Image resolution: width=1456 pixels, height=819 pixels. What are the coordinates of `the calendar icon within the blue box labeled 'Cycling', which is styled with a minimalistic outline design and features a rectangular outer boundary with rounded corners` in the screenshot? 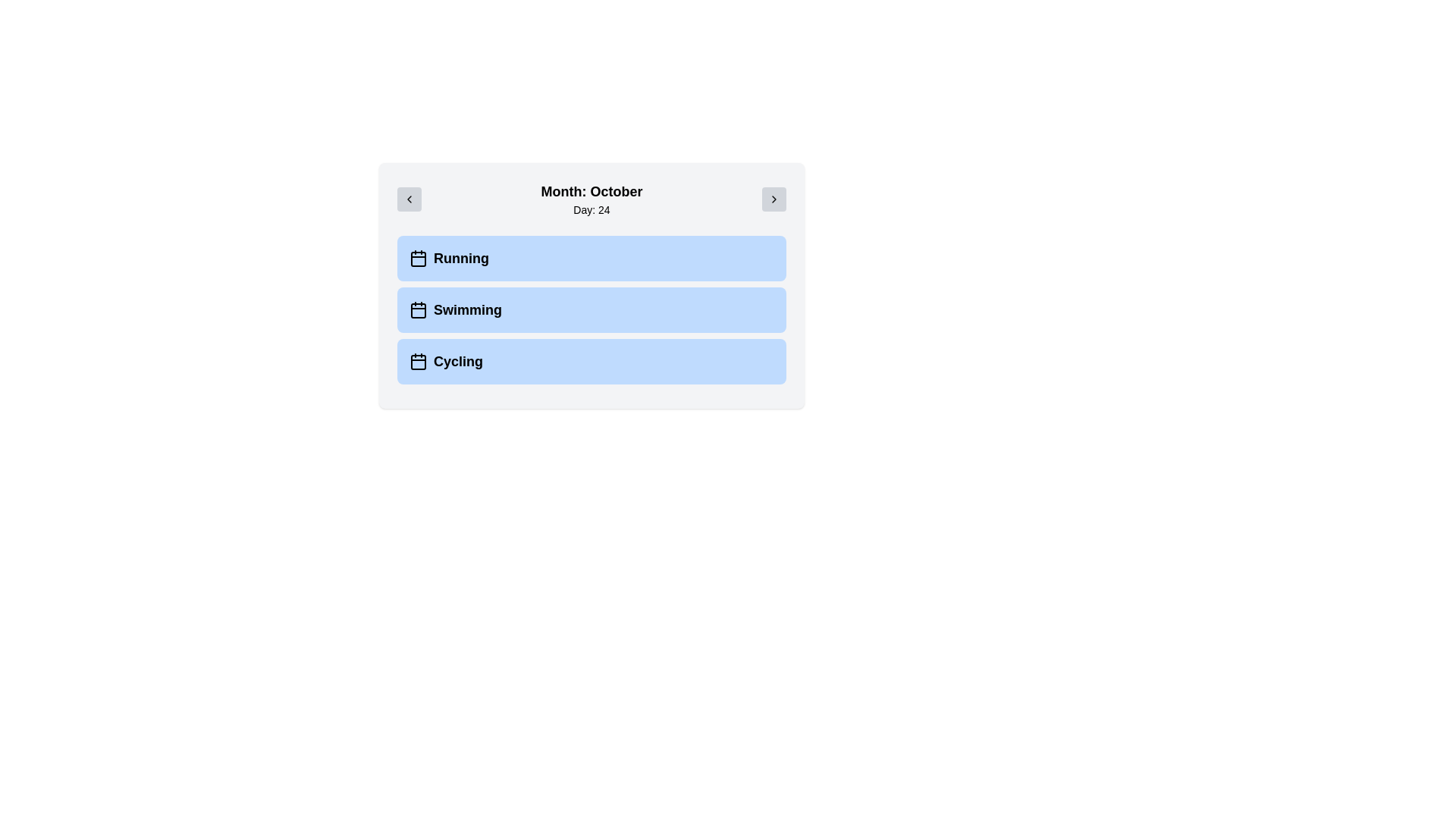 It's located at (419, 362).